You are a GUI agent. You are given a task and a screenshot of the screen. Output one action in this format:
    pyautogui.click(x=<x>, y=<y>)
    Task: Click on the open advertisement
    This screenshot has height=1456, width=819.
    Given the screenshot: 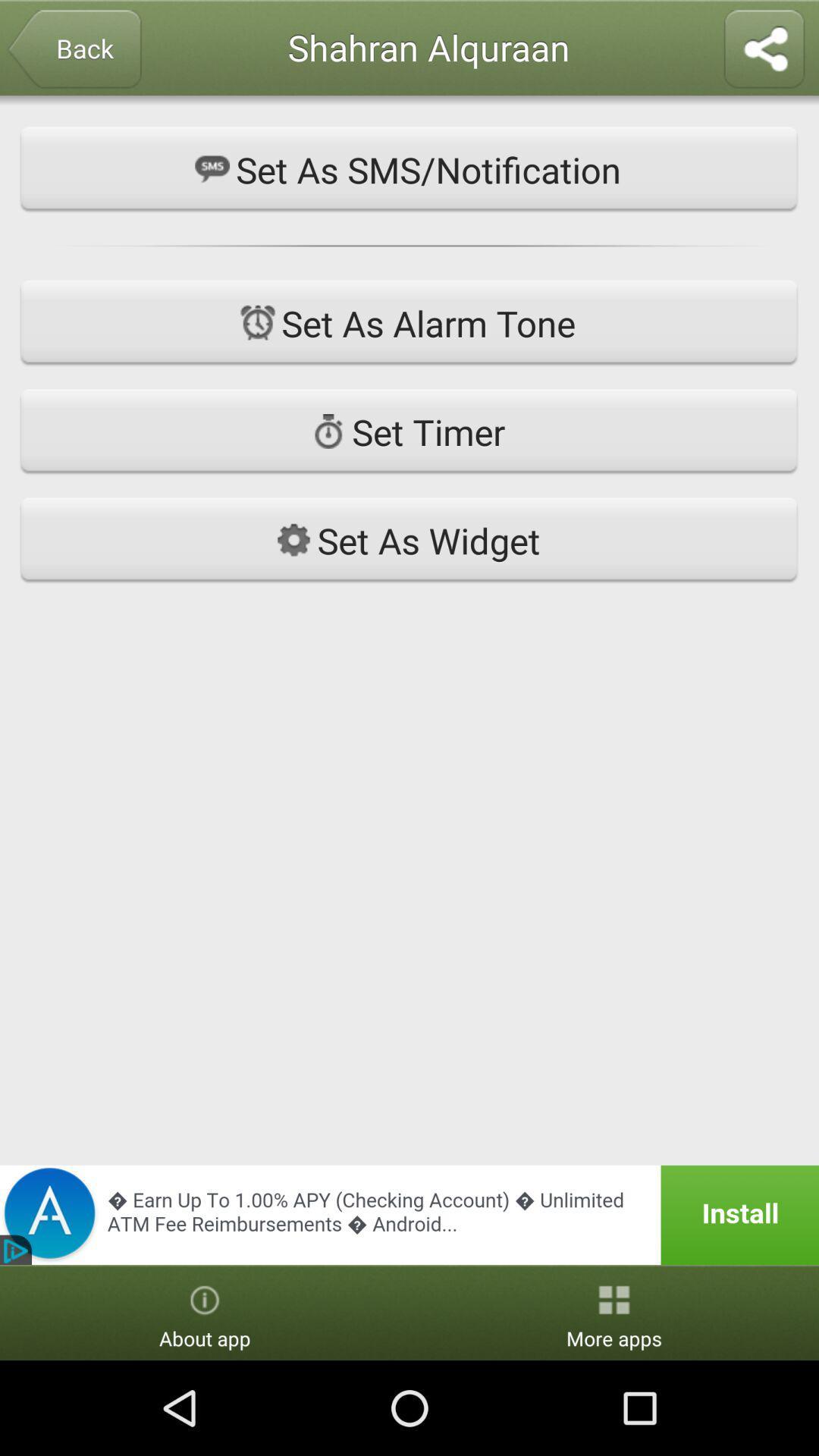 What is the action you would take?
    pyautogui.click(x=409, y=1215)
    